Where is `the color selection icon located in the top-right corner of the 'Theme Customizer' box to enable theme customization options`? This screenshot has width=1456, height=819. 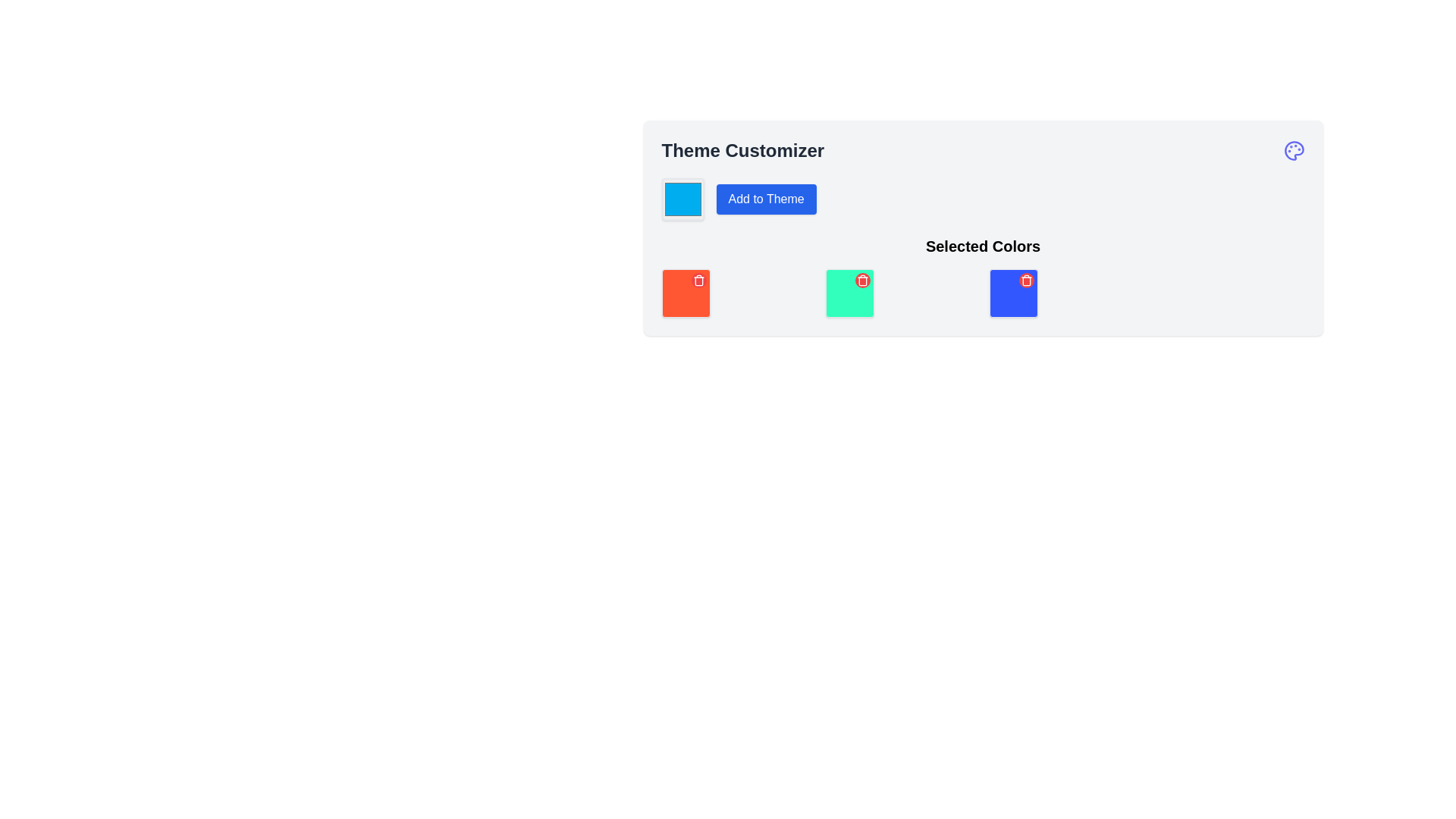
the color selection icon located in the top-right corner of the 'Theme Customizer' box to enable theme customization options is located at coordinates (1293, 151).